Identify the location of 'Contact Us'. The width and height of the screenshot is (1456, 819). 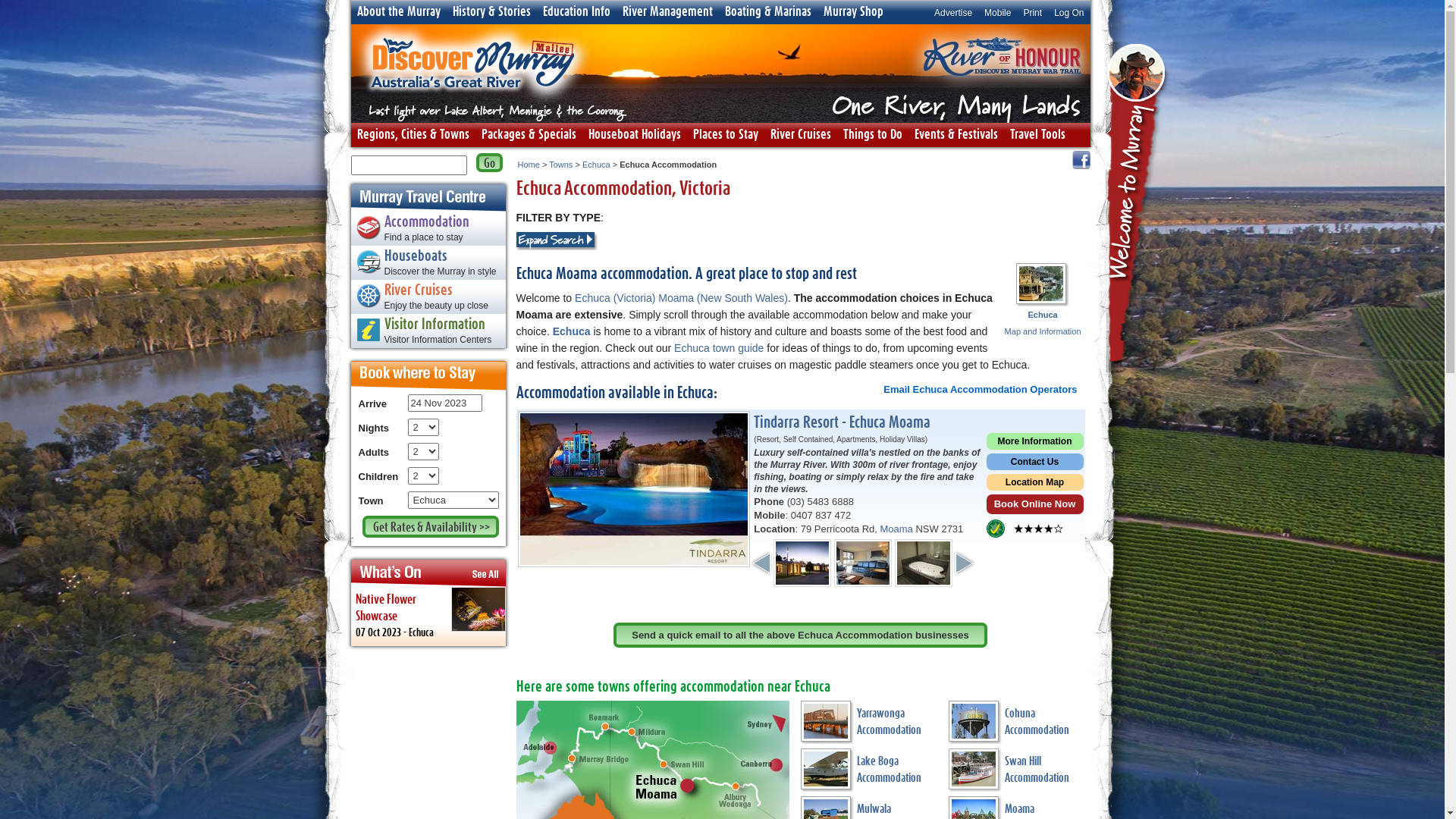
(1033, 463).